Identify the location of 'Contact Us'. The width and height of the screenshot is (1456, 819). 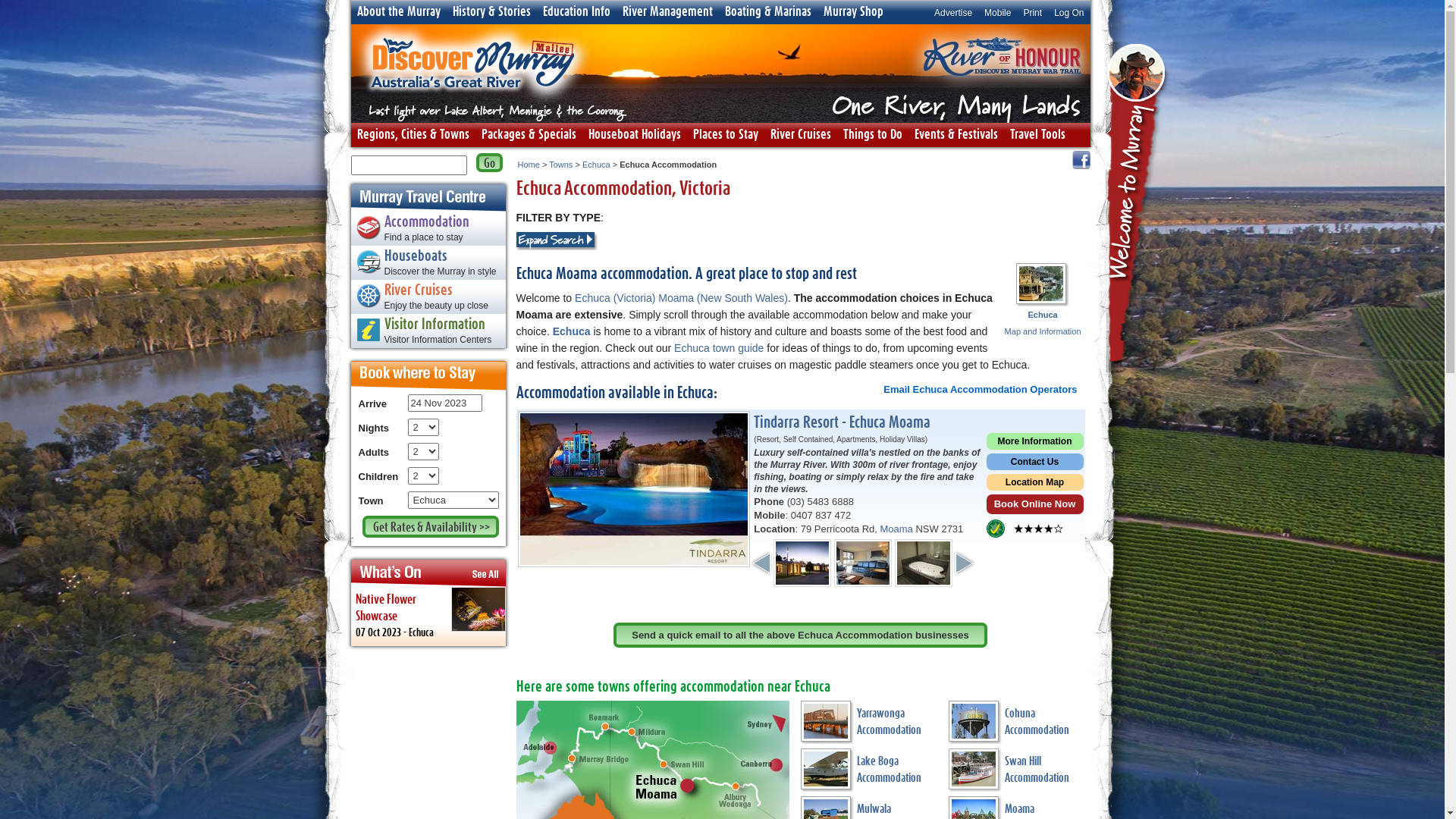
(1033, 463).